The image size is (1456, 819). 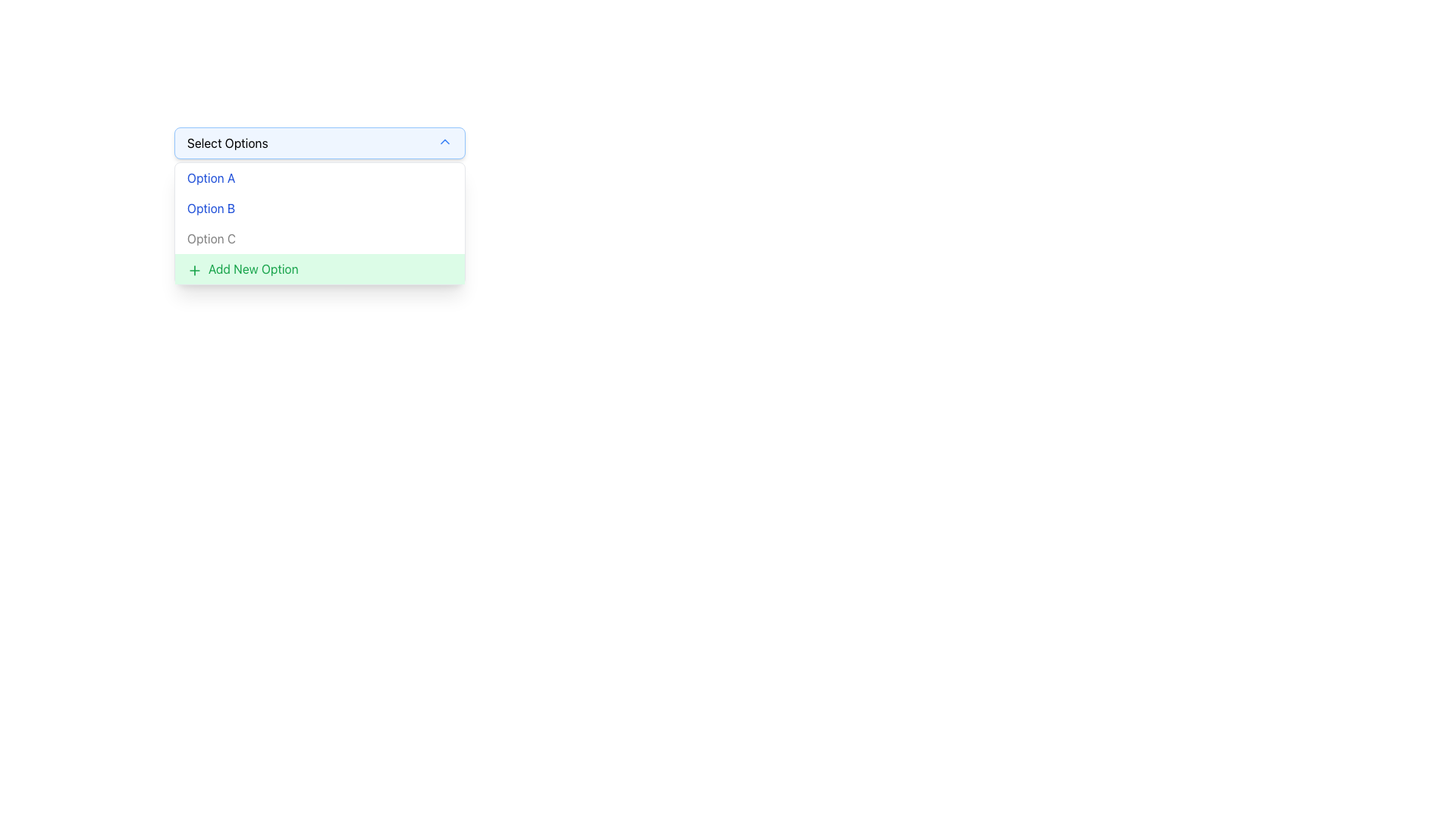 I want to click on the first option in the dropdown menu labeled 'Select Options', so click(x=319, y=177).